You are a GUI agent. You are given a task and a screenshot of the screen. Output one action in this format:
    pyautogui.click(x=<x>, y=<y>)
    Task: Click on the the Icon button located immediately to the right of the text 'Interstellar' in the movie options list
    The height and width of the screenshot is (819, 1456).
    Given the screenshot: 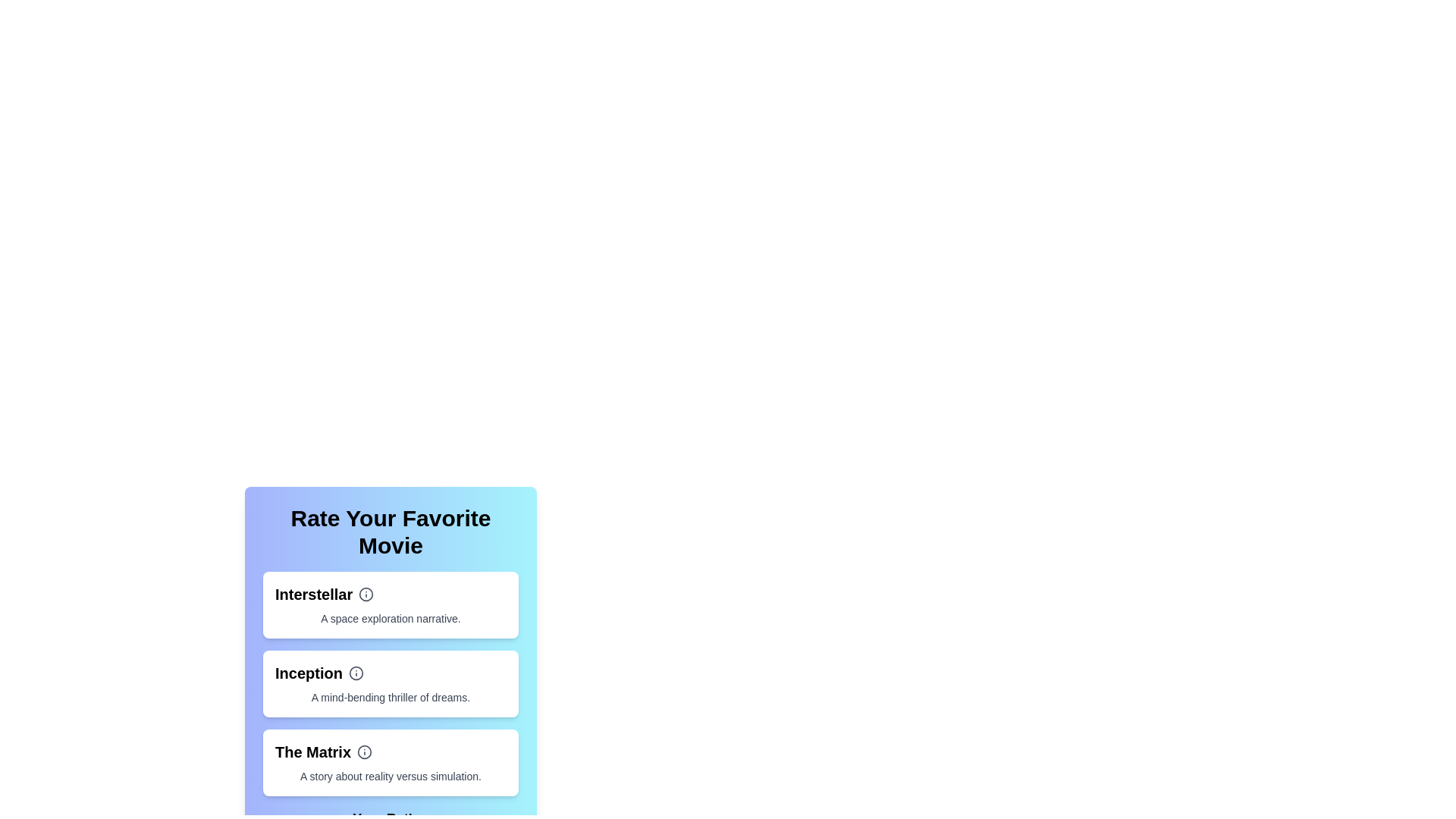 What is the action you would take?
    pyautogui.click(x=366, y=593)
    